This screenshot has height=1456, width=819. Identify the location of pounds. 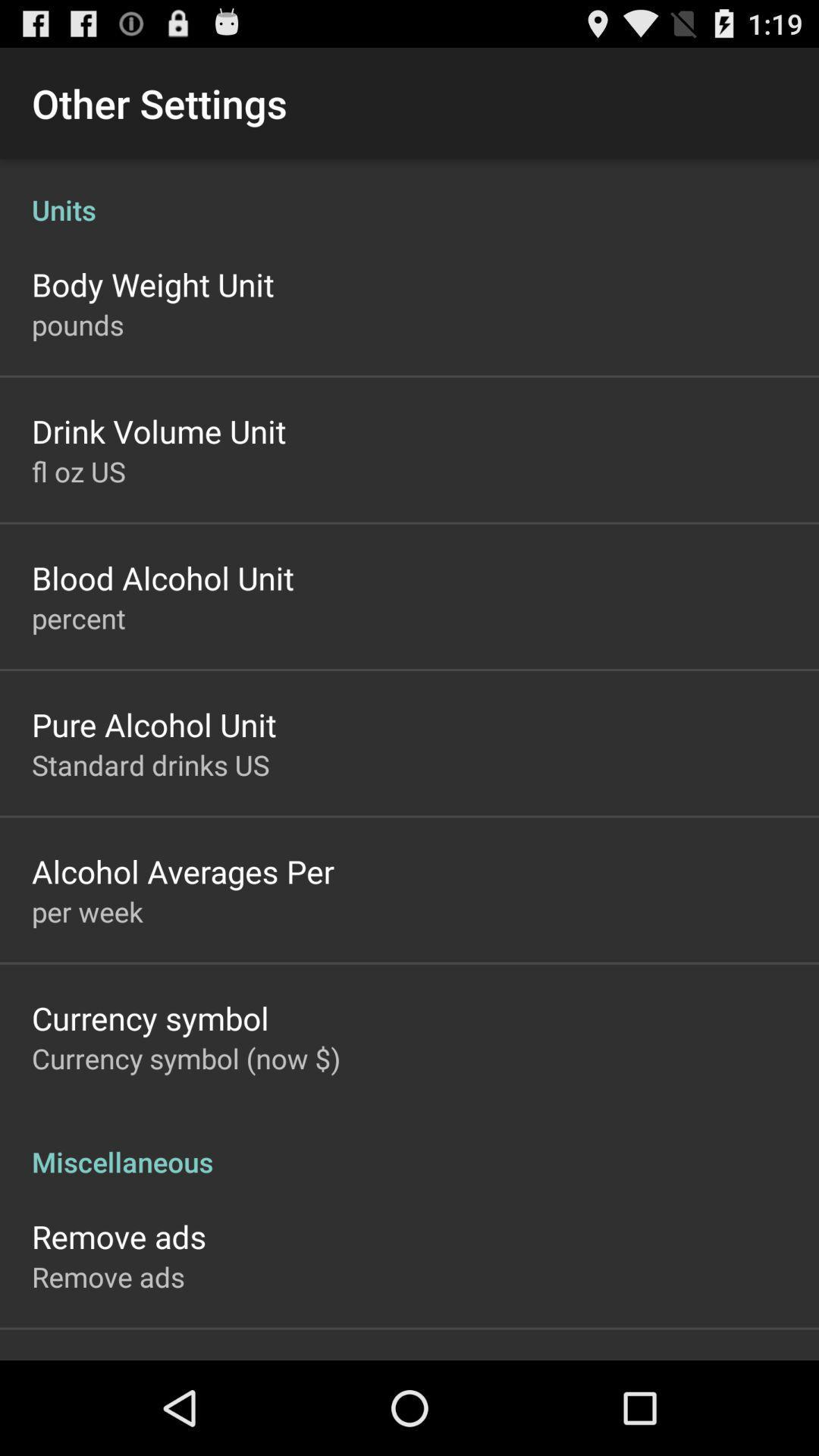
(77, 324).